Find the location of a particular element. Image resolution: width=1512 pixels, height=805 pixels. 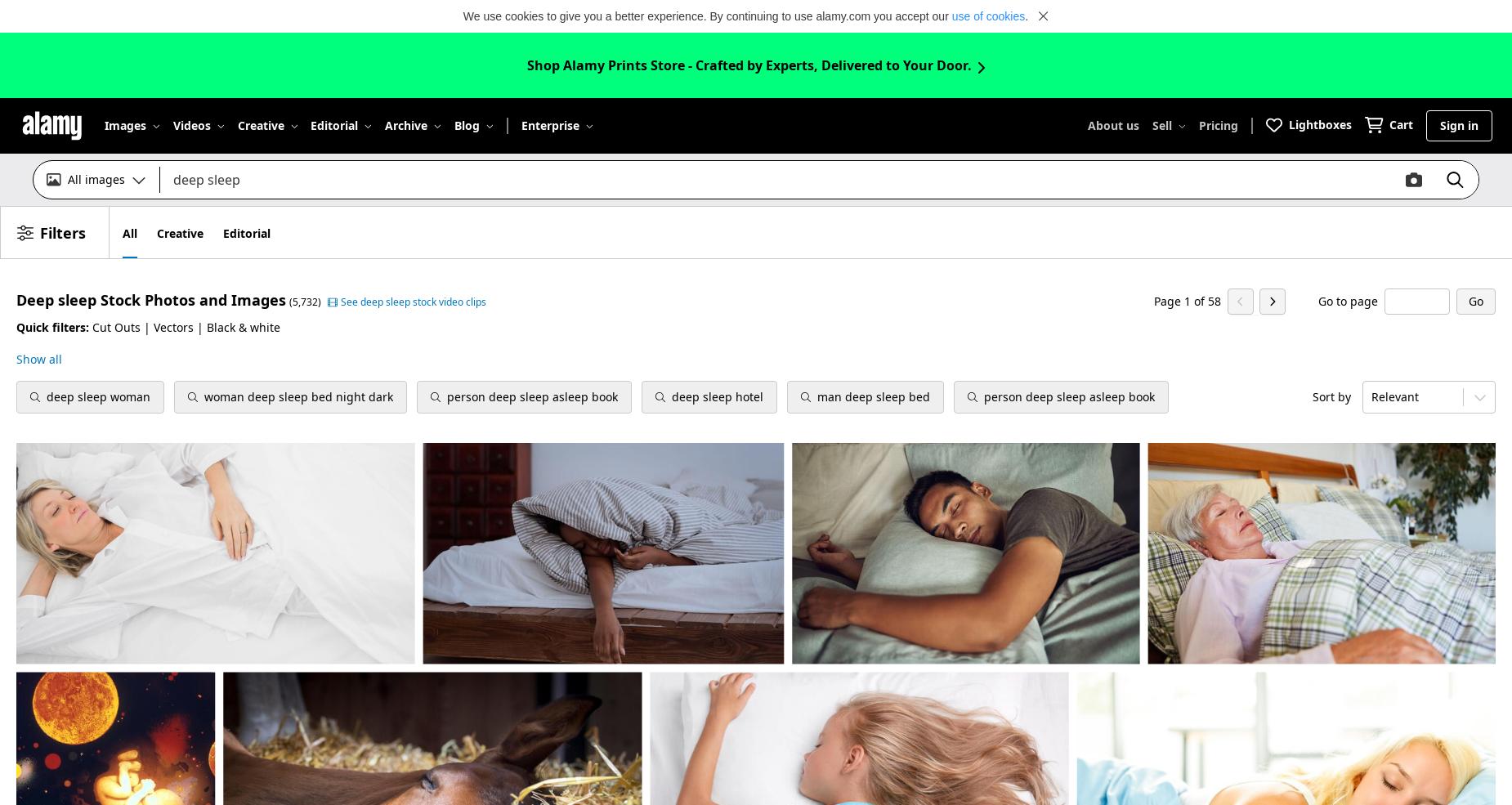

'Sign up as a contributor' is located at coordinates (1226, 232).